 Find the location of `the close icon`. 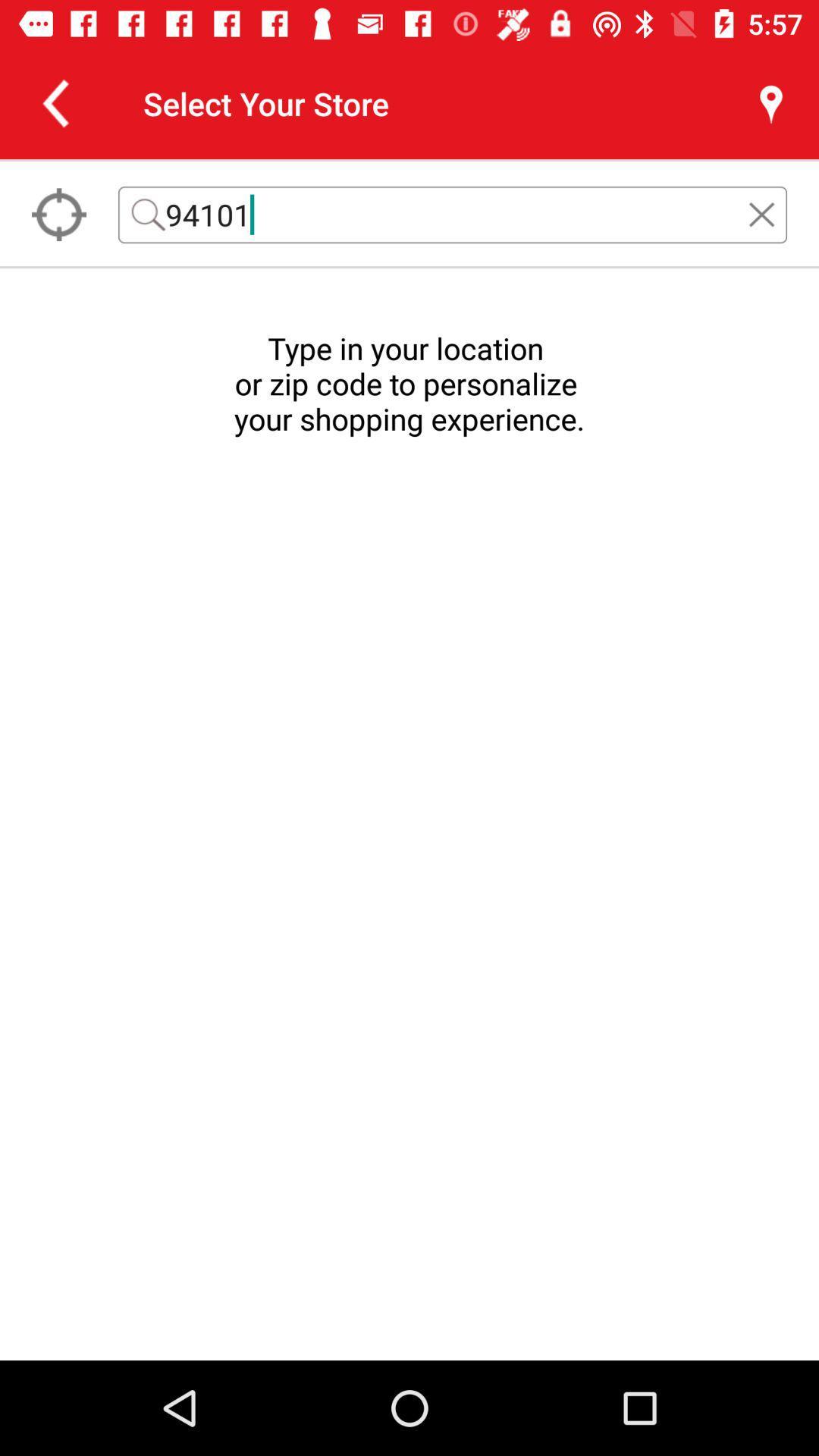

the close icon is located at coordinates (761, 214).